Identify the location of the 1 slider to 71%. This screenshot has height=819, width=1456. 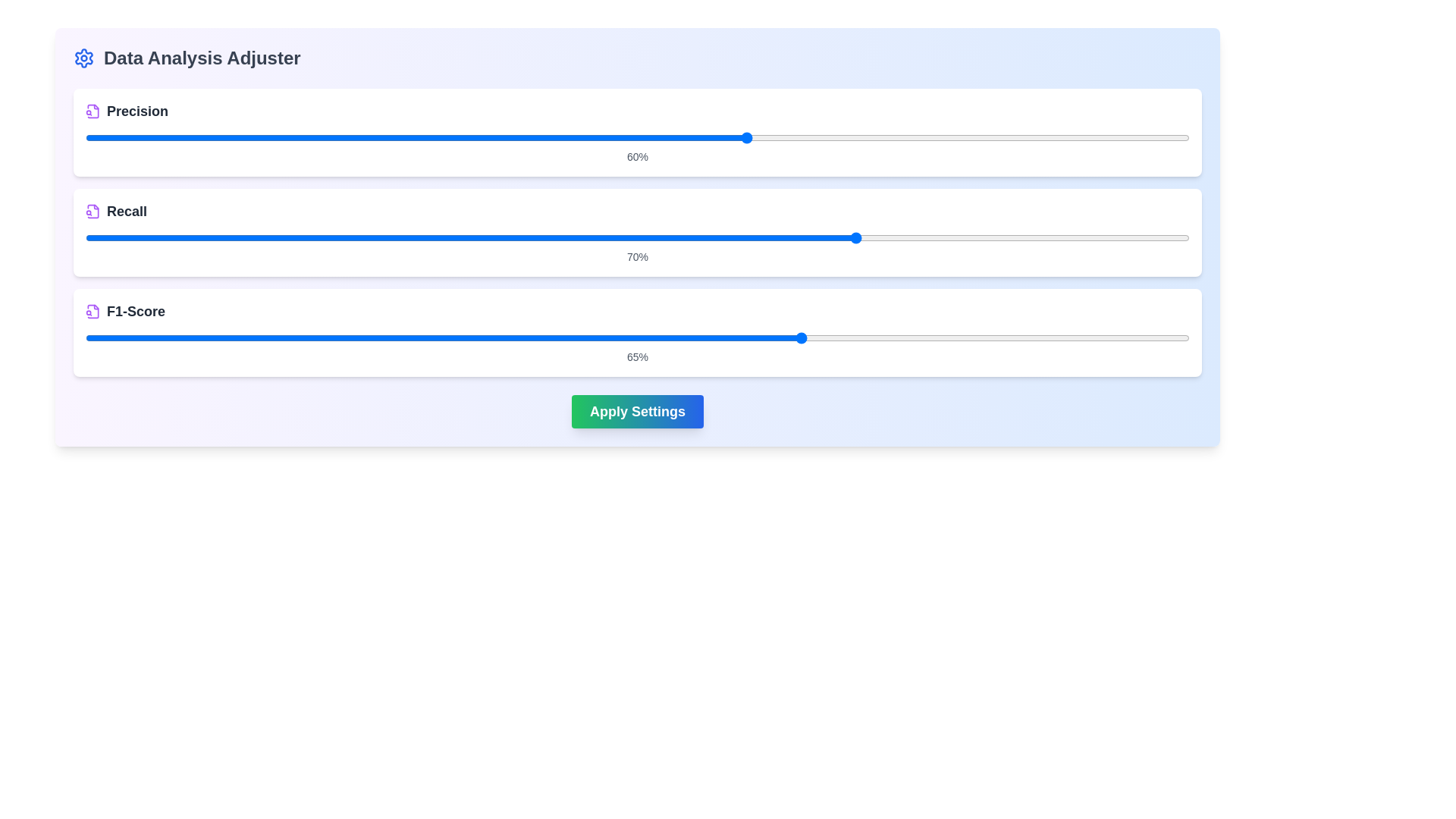
(1029, 237).